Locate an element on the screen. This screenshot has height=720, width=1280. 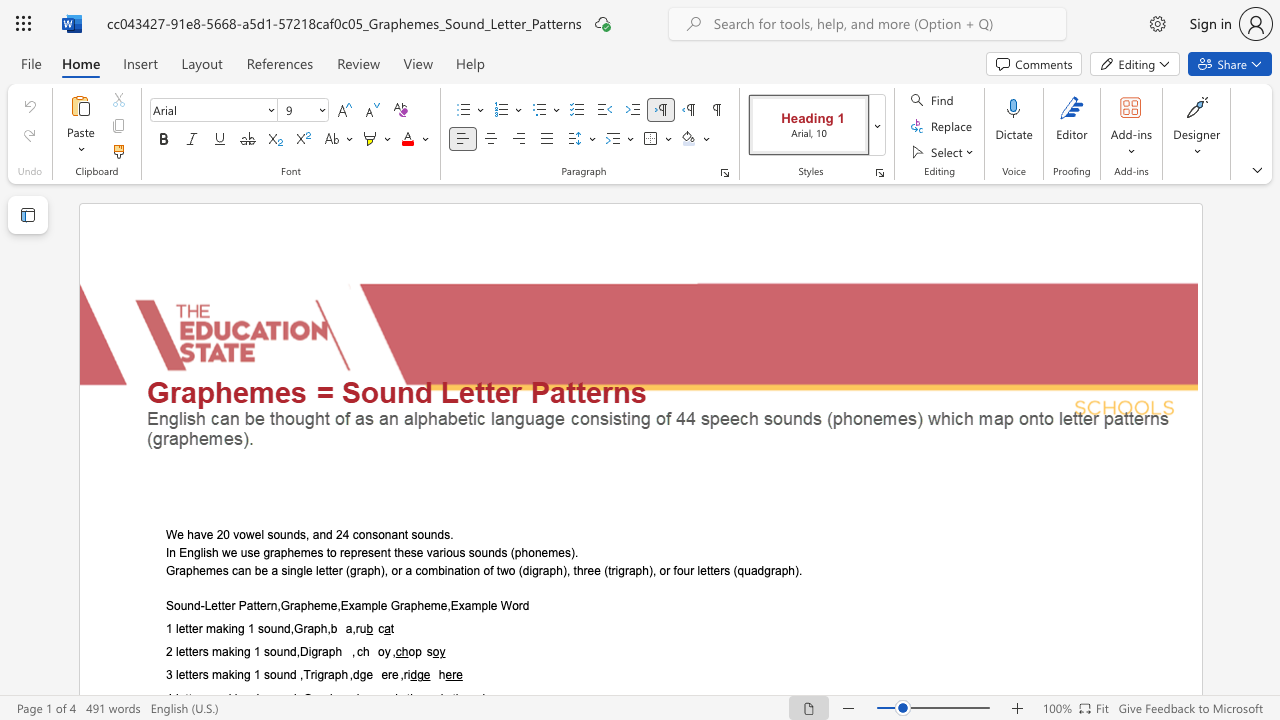
the subset text "rigraph ,dge    e" within the text "3 letters making 1 sound  ,Trigraph ,dge    ere ,ri" is located at coordinates (309, 675).